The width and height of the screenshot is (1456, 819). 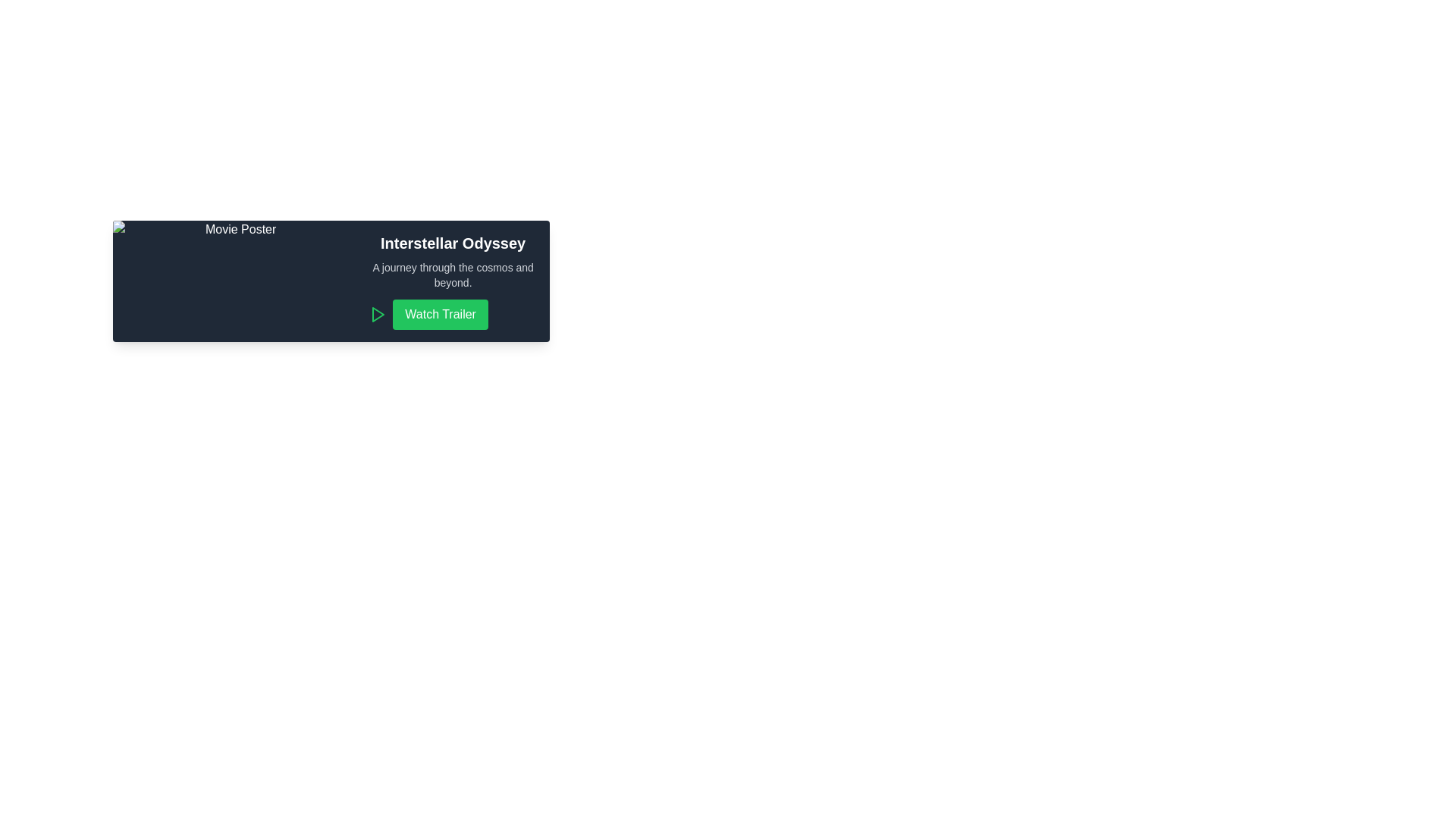 What do you see at coordinates (452, 314) in the screenshot?
I see `the 'Watch Trailer' button, which has a green background and white text` at bounding box center [452, 314].